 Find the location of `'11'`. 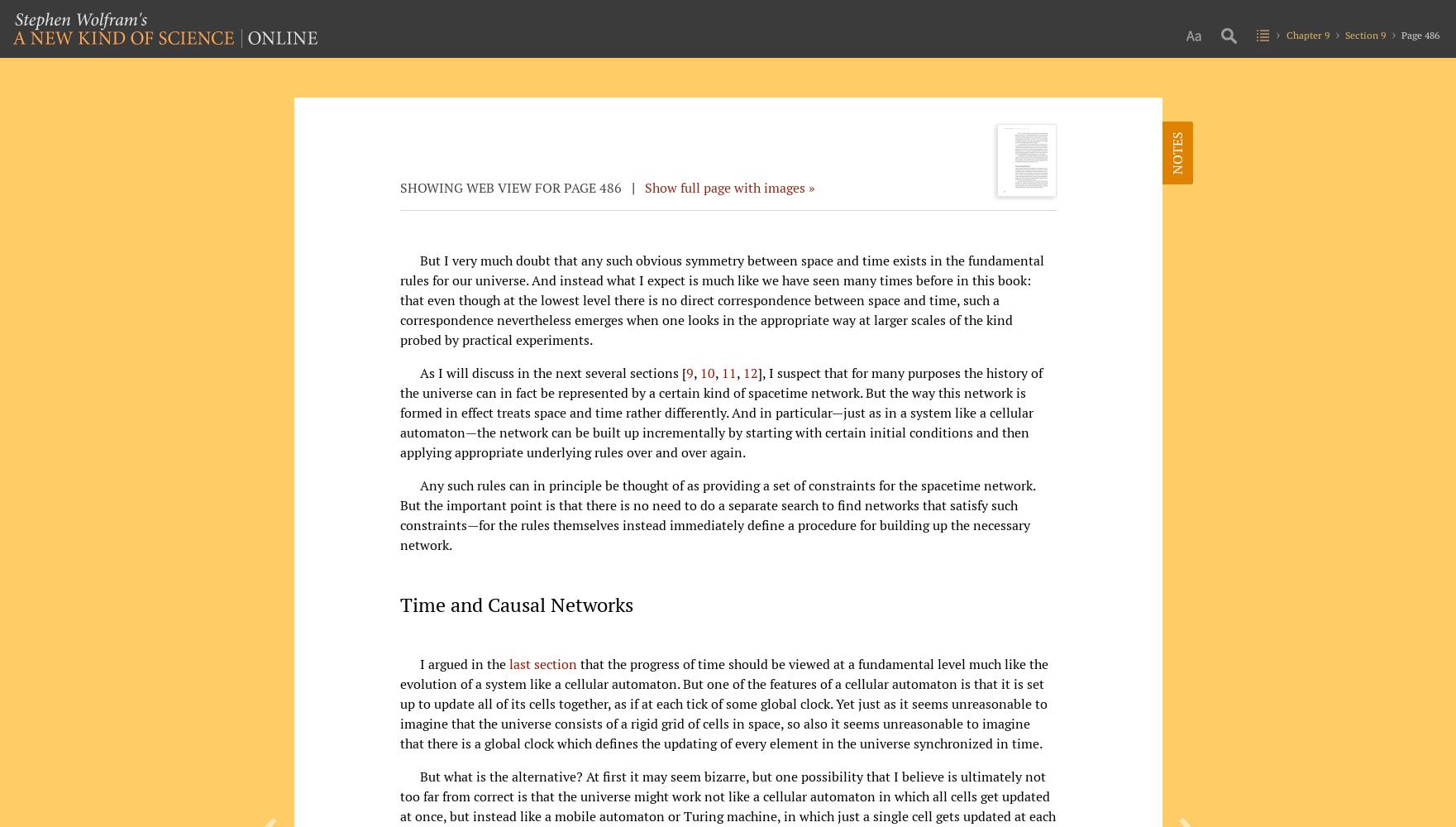

'11' is located at coordinates (728, 372).